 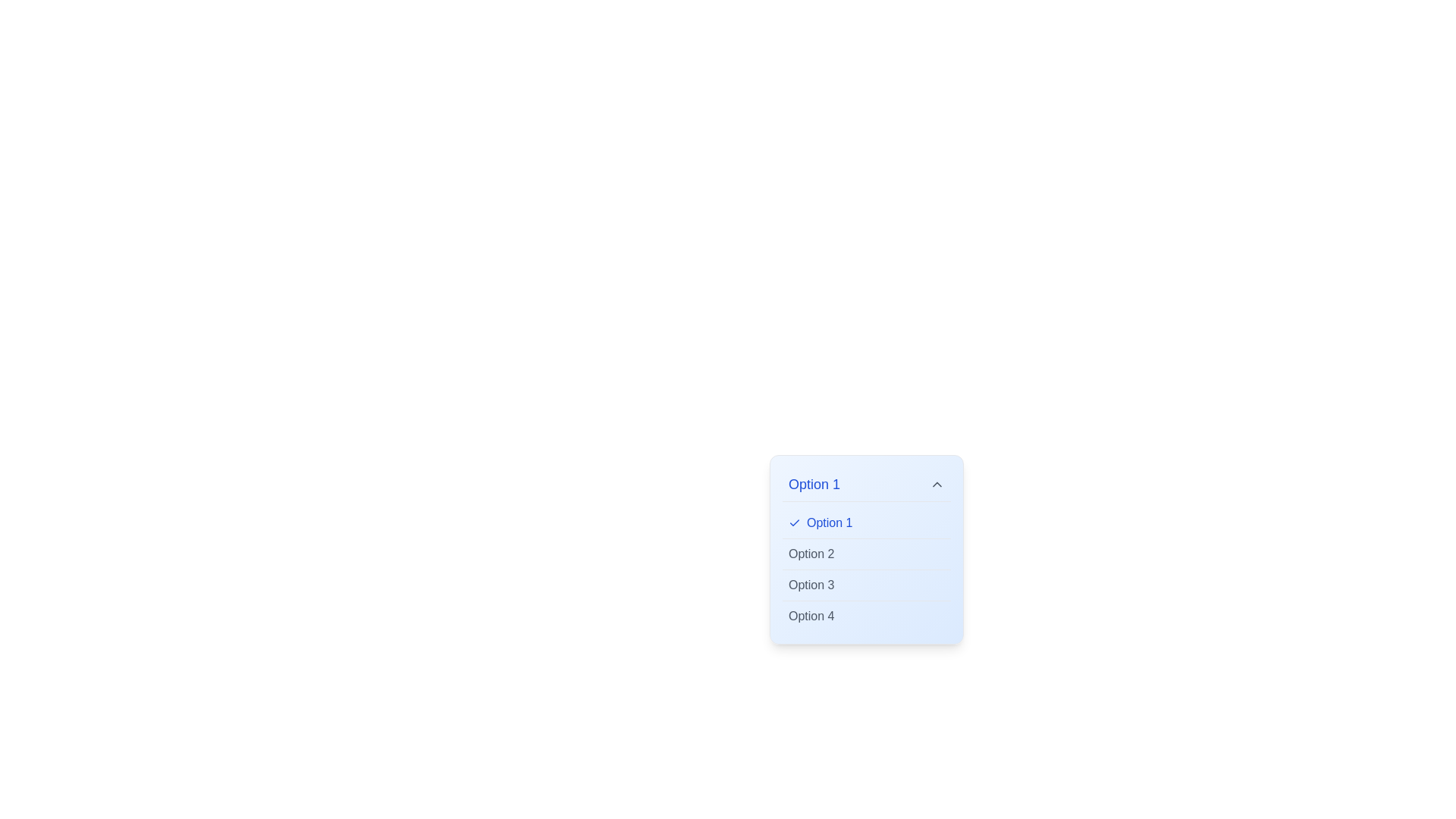 I want to click on the second option in the dropdown menu, so click(x=866, y=553).